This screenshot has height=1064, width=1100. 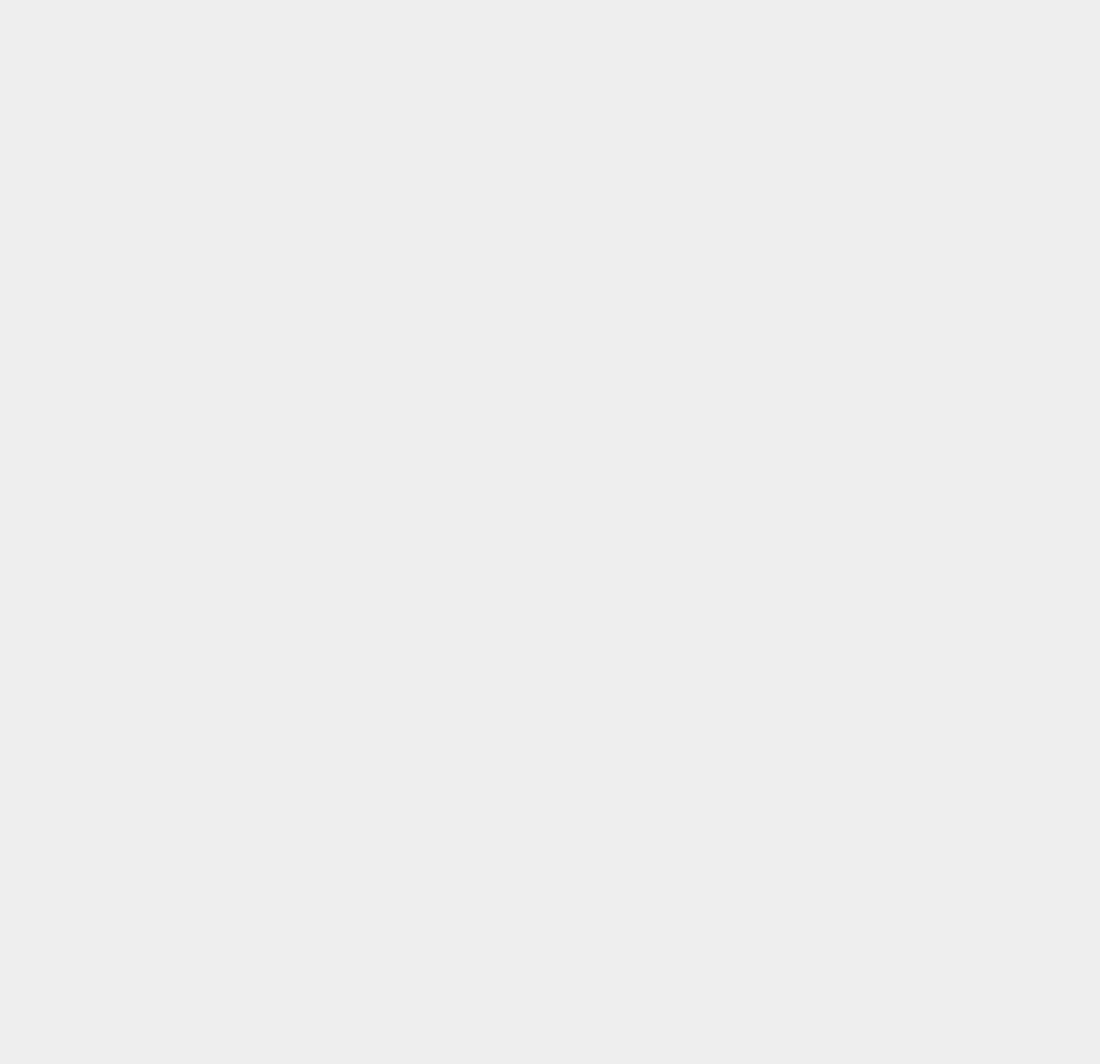 I want to click on 'Galaxy S-Voice', so click(x=824, y=209).